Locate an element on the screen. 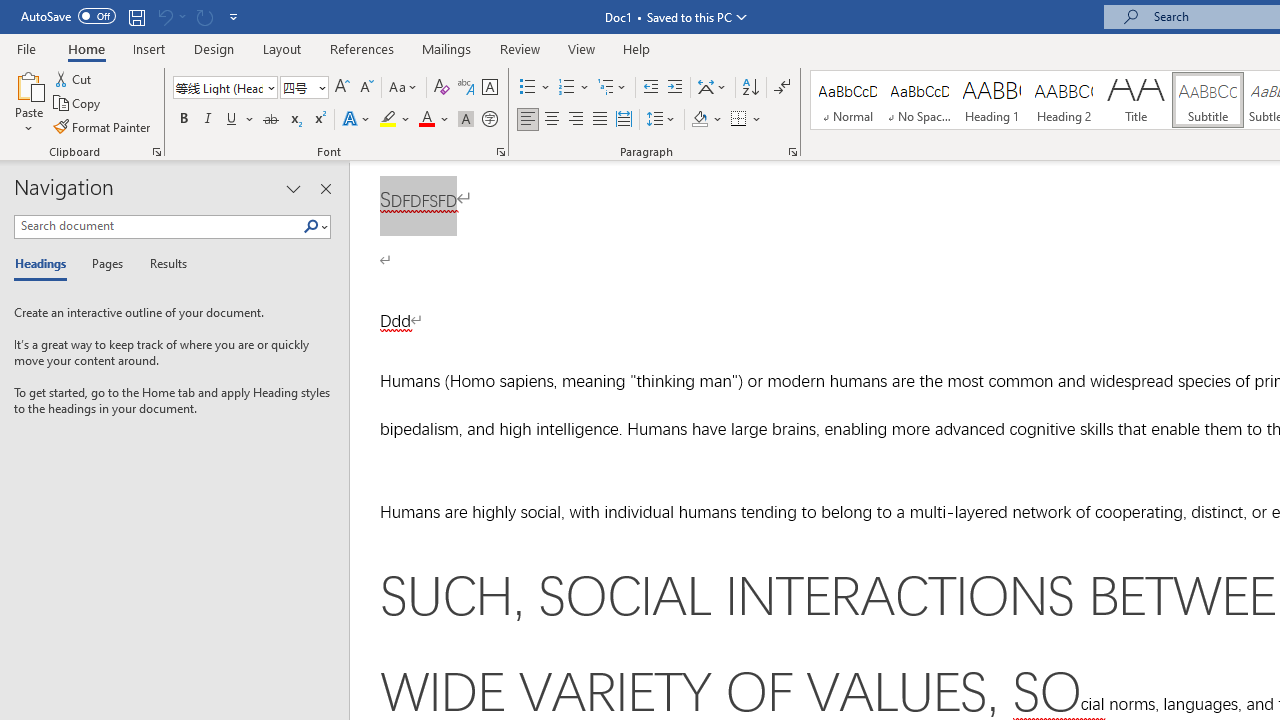 The height and width of the screenshot is (720, 1280). 'Subscript' is located at coordinates (294, 119).